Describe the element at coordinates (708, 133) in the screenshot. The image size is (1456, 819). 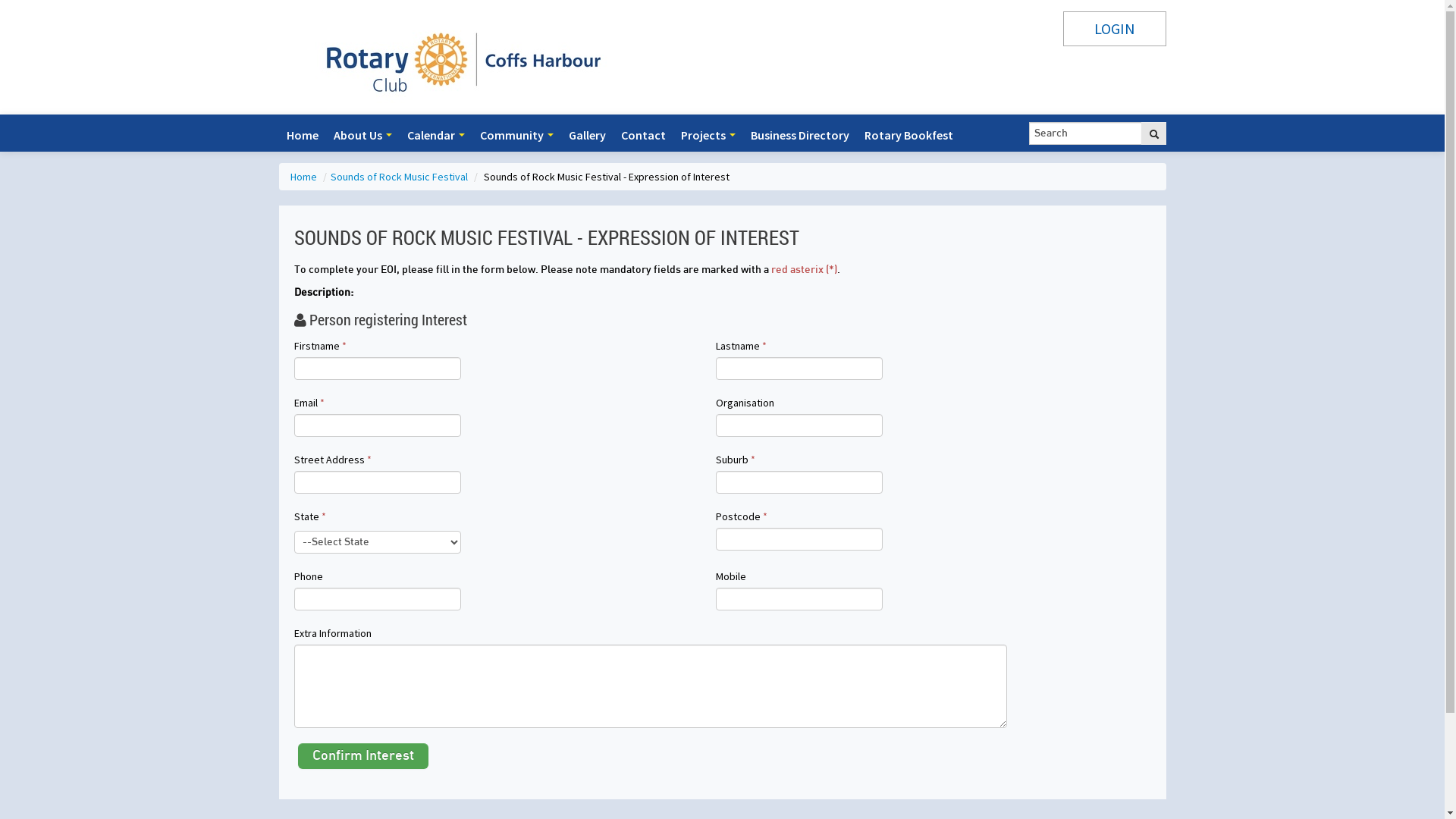
I see `'Projects'` at that location.